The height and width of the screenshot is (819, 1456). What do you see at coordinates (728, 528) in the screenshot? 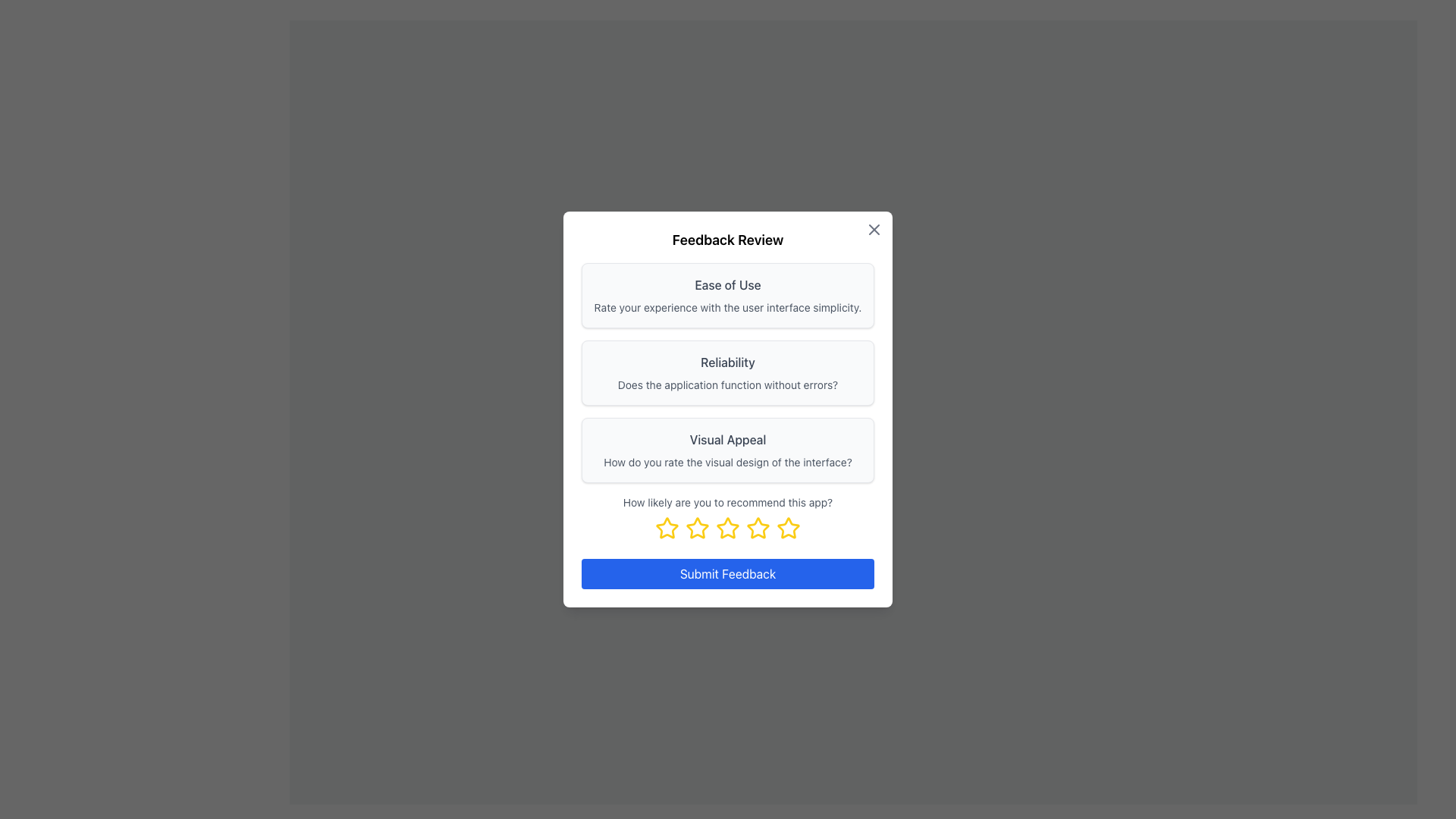
I see `the third rating star icon in the star-based rating scale` at bounding box center [728, 528].